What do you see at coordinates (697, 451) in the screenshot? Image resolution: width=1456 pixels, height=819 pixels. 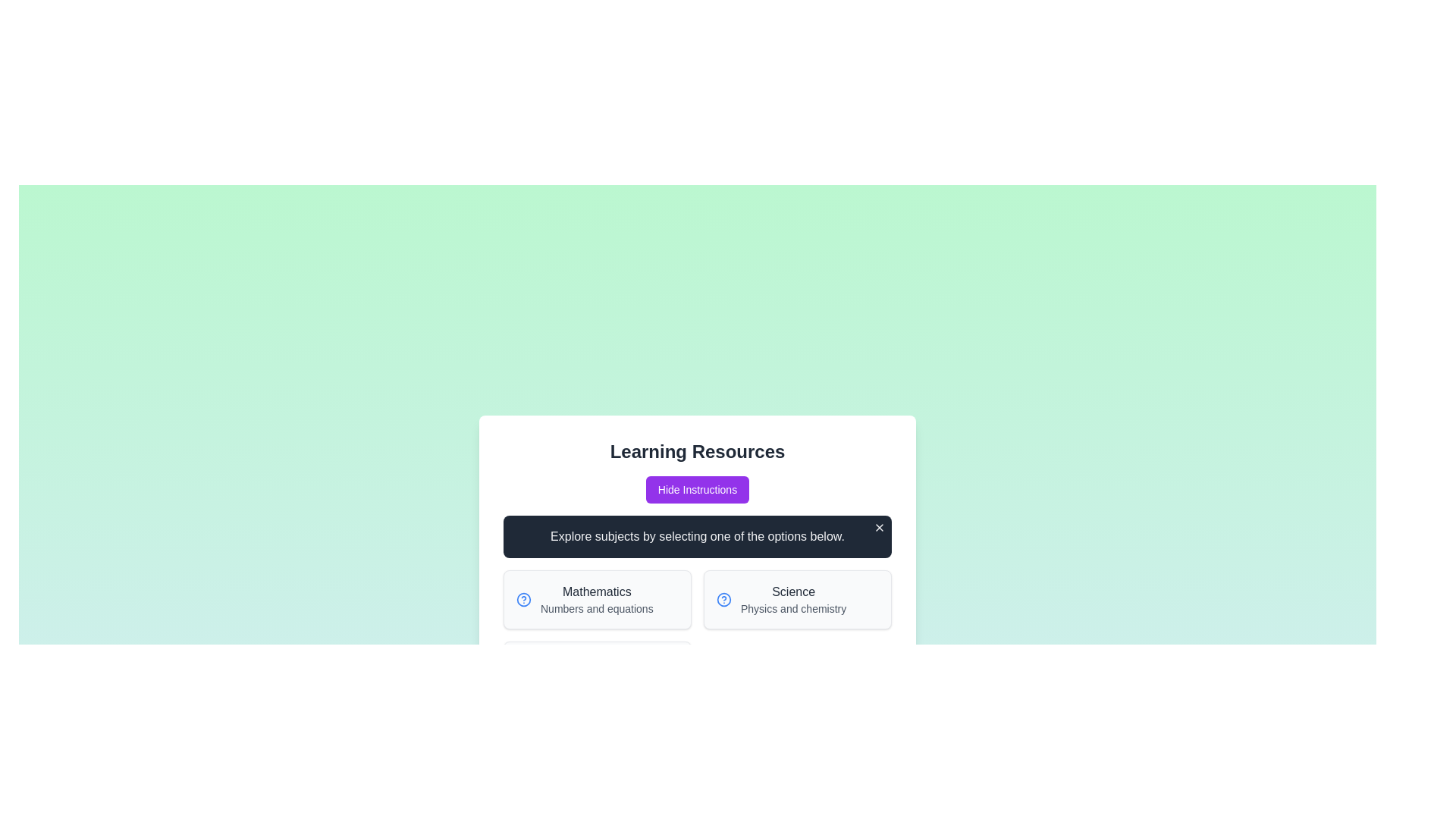 I see `the 'Learning Resources' Text Display (Header) element, which serves as the heading for the section and is centrally positioned in the card above other elements` at bounding box center [697, 451].